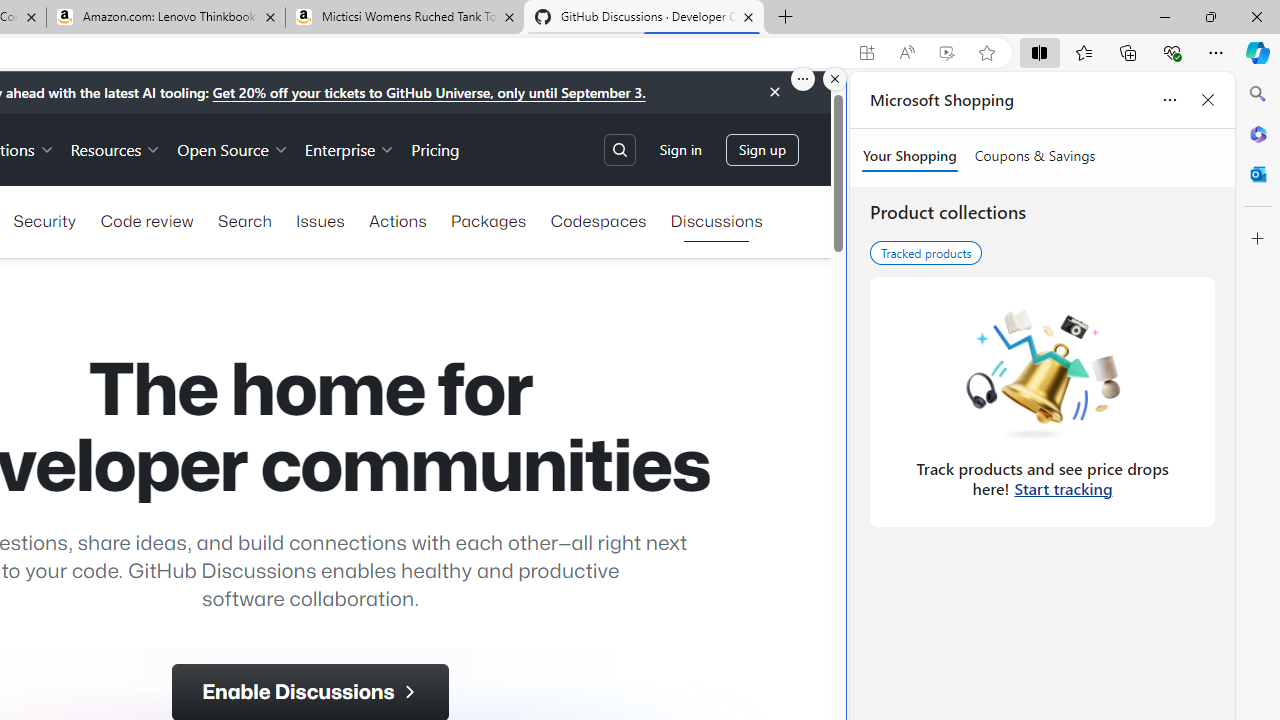  What do you see at coordinates (835, 78) in the screenshot?
I see `'Close split screen.'` at bounding box center [835, 78].